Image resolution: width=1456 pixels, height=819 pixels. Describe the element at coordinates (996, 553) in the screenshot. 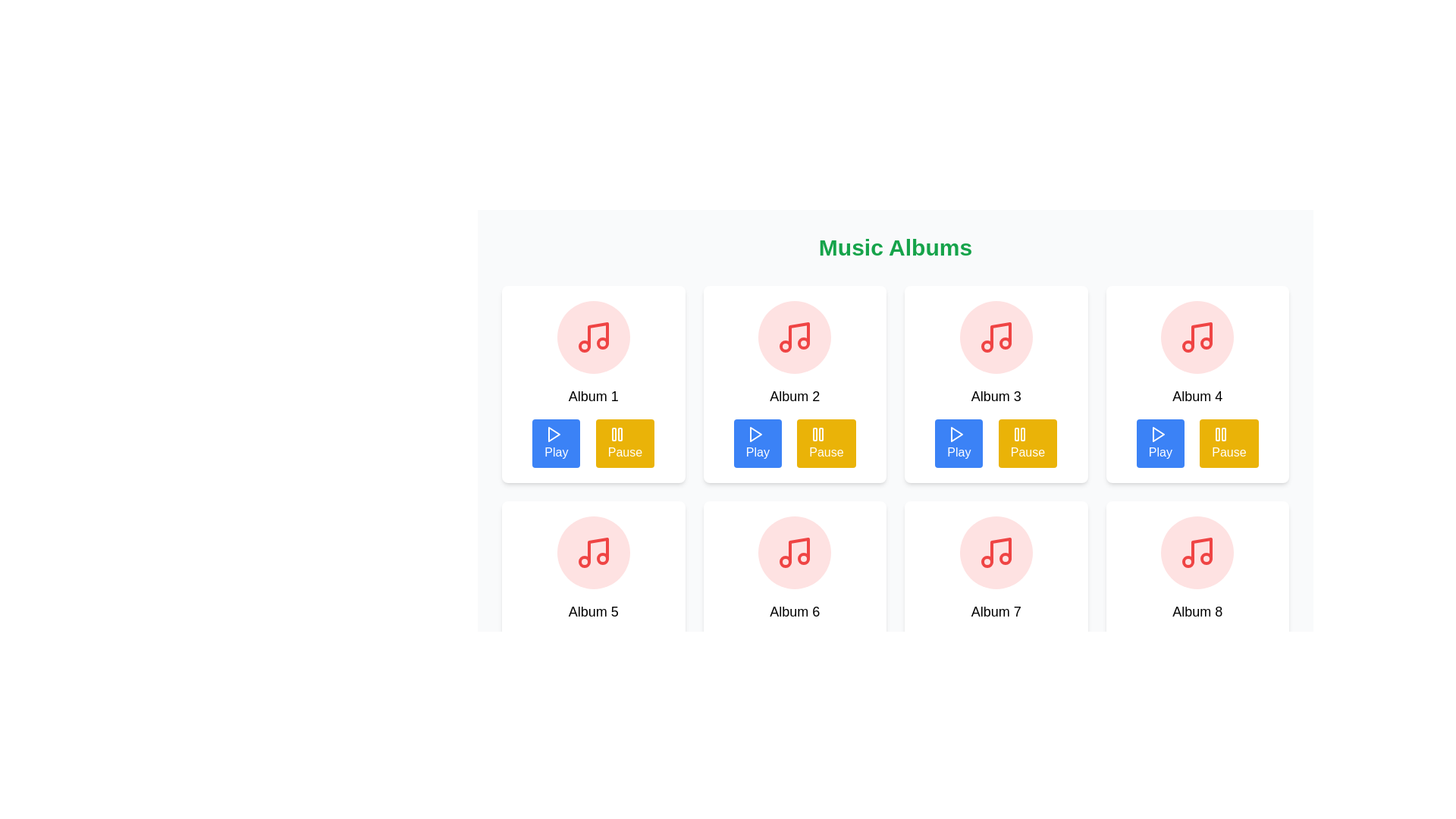

I see `the music album icon representing 'Album 7', located in the second row and third column of the album grid` at that location.